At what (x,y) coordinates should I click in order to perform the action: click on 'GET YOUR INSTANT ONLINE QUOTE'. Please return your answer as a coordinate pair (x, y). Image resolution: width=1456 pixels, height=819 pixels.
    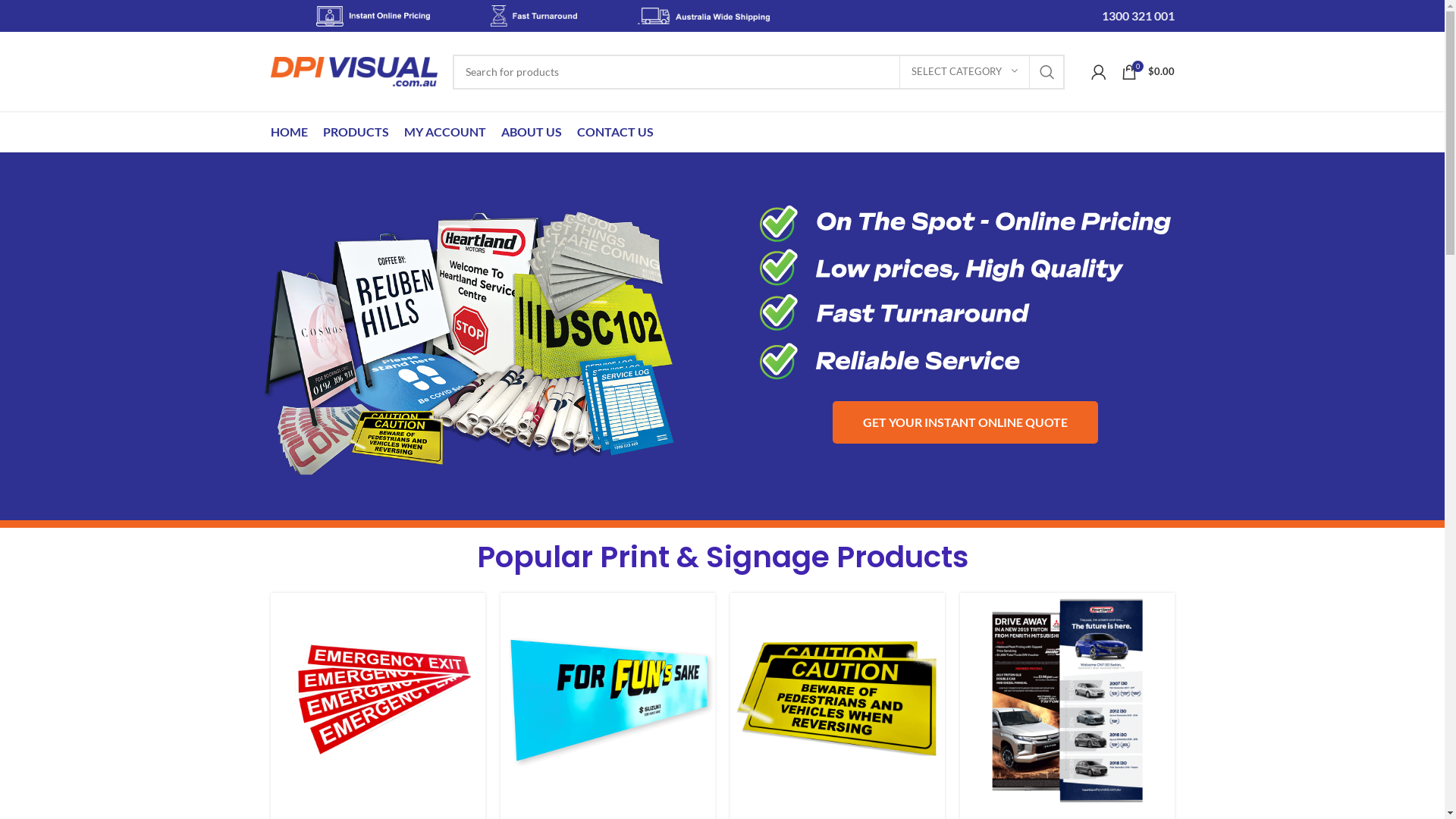
    Looking at the image, I should click on (964, 422).